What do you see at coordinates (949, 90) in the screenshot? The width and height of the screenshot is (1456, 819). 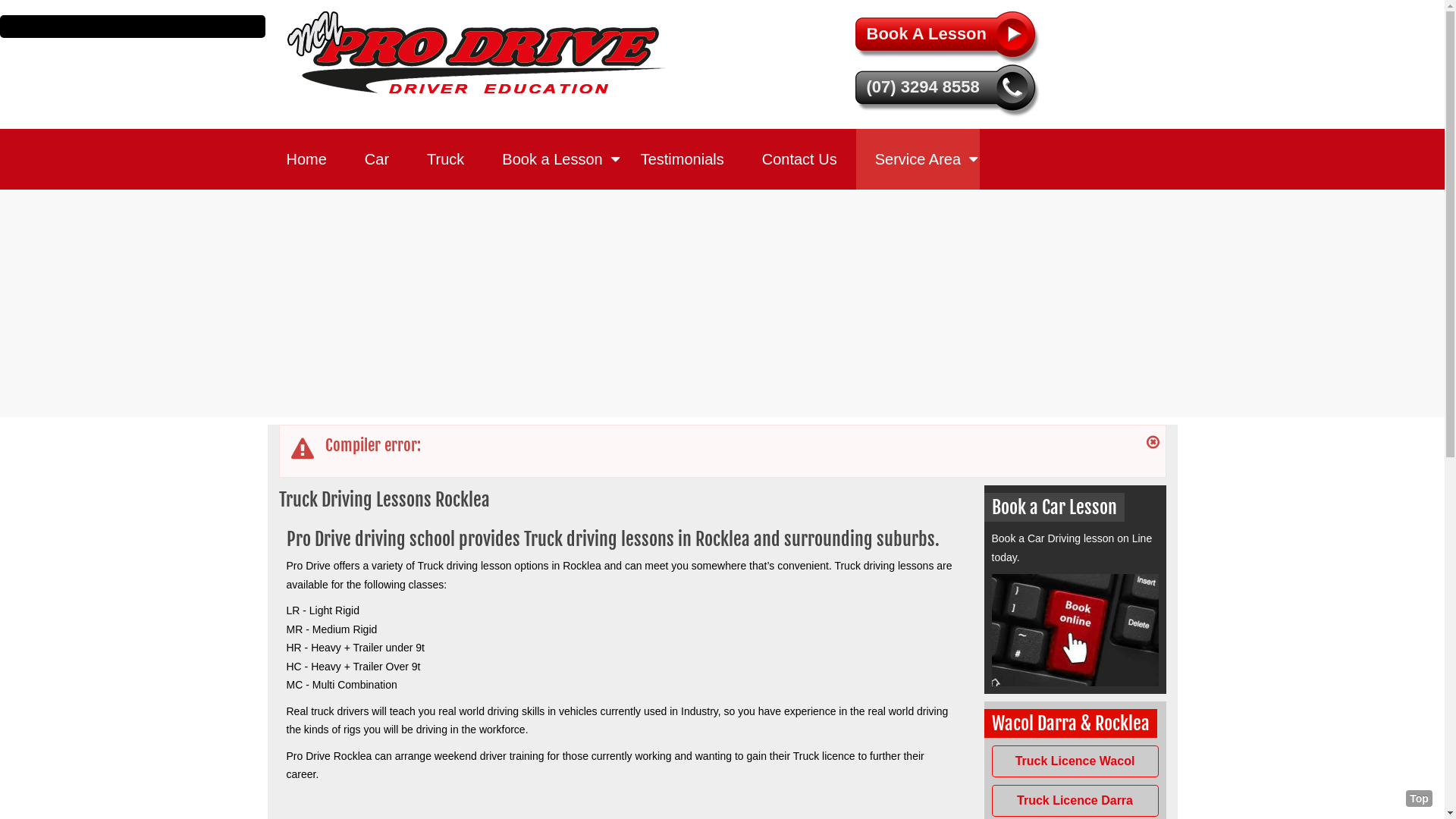 I see `'(07) 3294 8558'` at bounding box center [949, 90].